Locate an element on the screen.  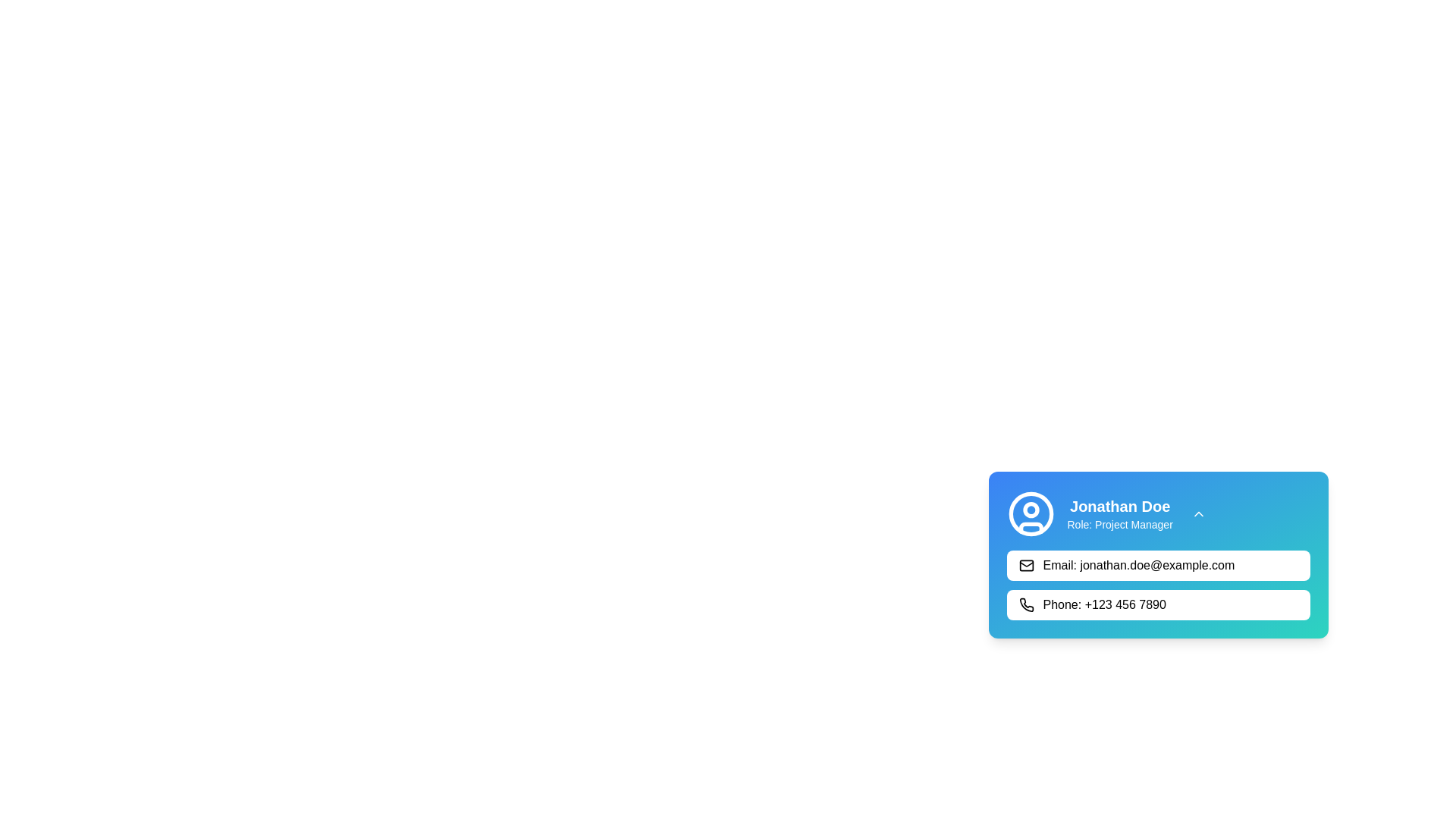
the clickable information block displaying 'Email: jonathan.doe@example.com' is located at coordinates (1157, 565).